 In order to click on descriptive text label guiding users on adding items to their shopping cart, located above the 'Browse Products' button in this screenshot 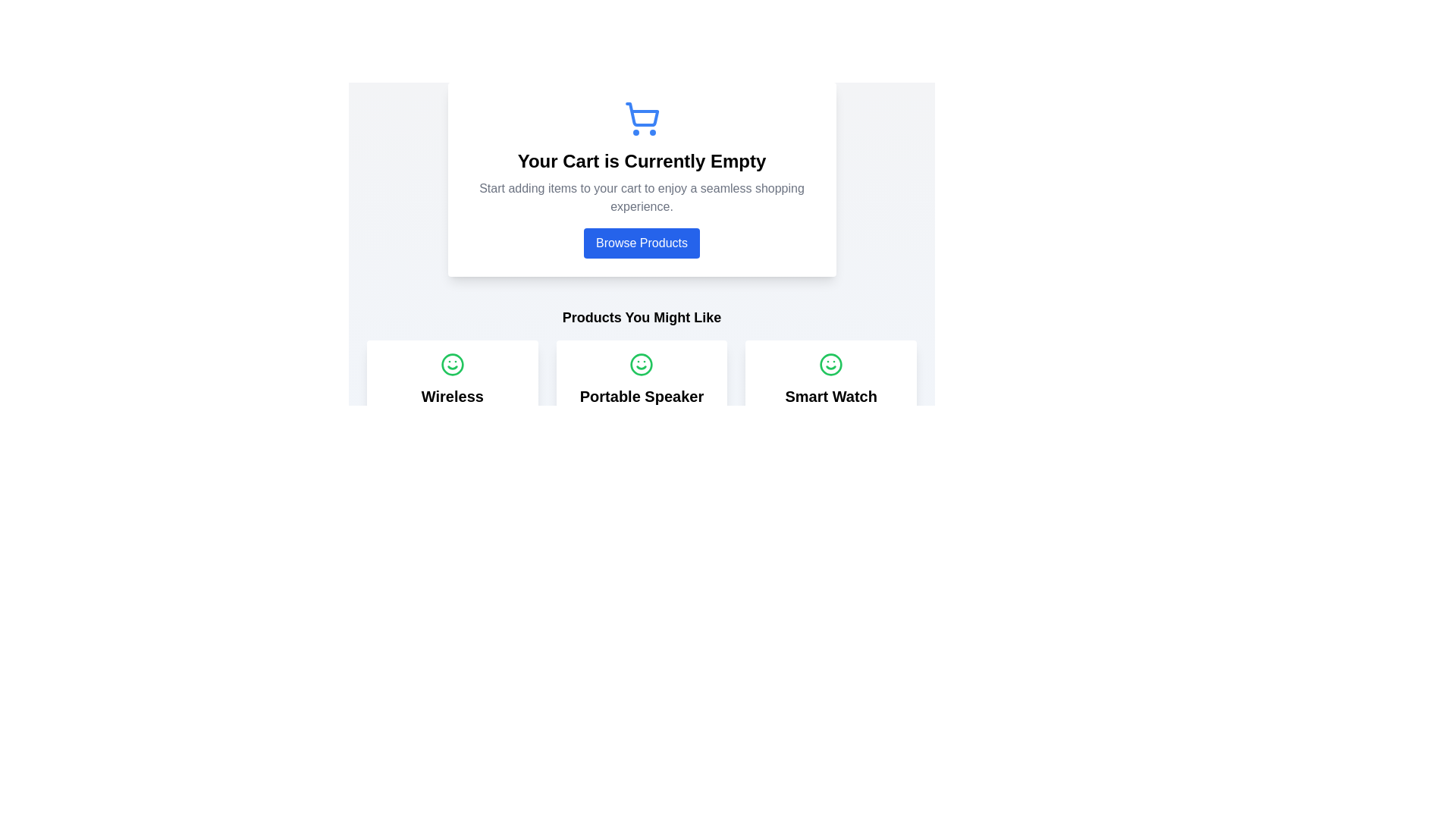, I will do `click(642, 197)`.